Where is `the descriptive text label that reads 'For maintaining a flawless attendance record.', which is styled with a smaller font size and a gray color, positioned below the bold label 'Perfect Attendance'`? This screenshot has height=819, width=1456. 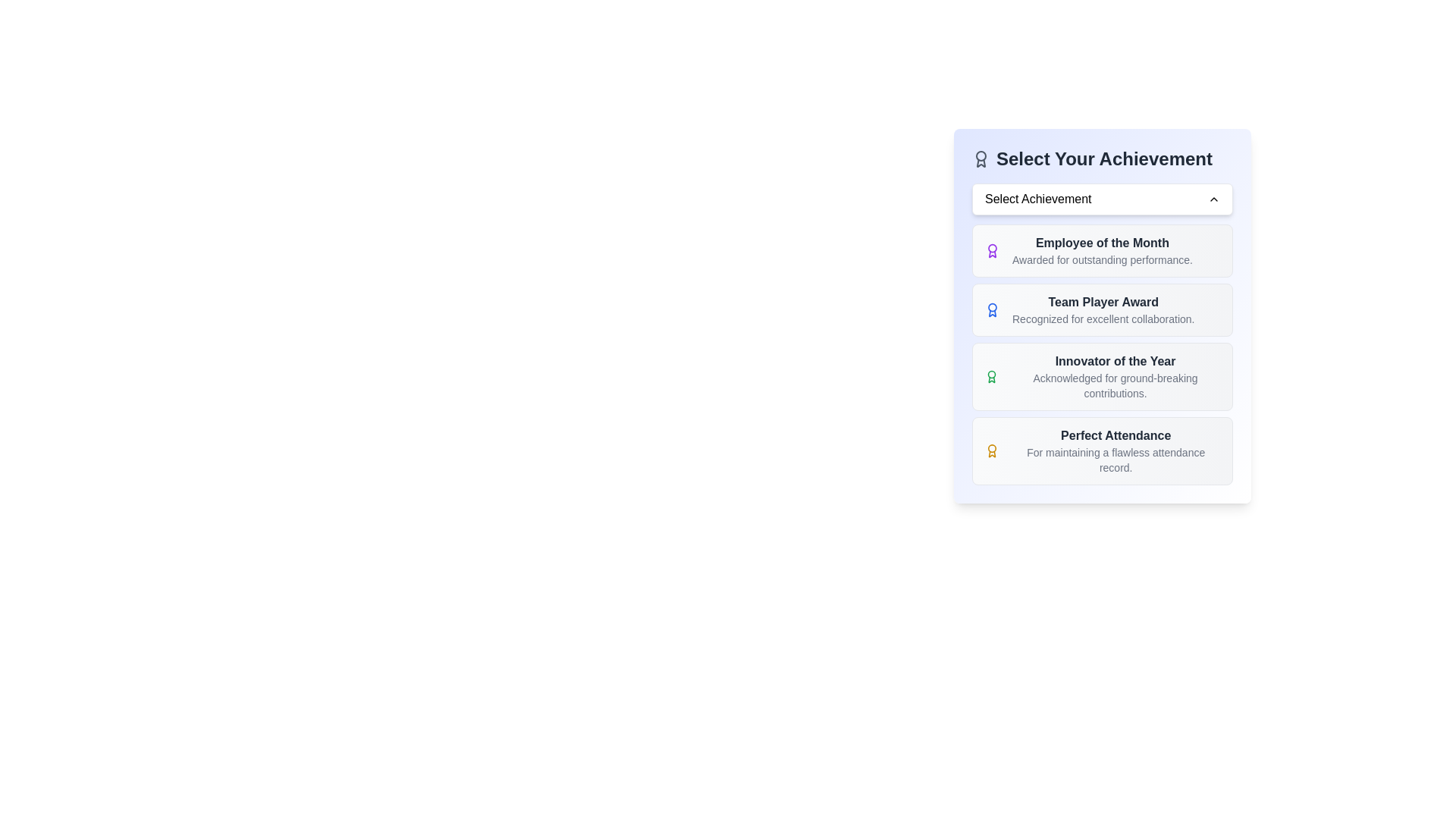
the descriptive text label that reads 'For maintaining a flawless attendance record.', which is styled with a smaller font size and a gray color, positioned below the bold label 'Perfect Attendance' is located at coordinates (1116, 459).